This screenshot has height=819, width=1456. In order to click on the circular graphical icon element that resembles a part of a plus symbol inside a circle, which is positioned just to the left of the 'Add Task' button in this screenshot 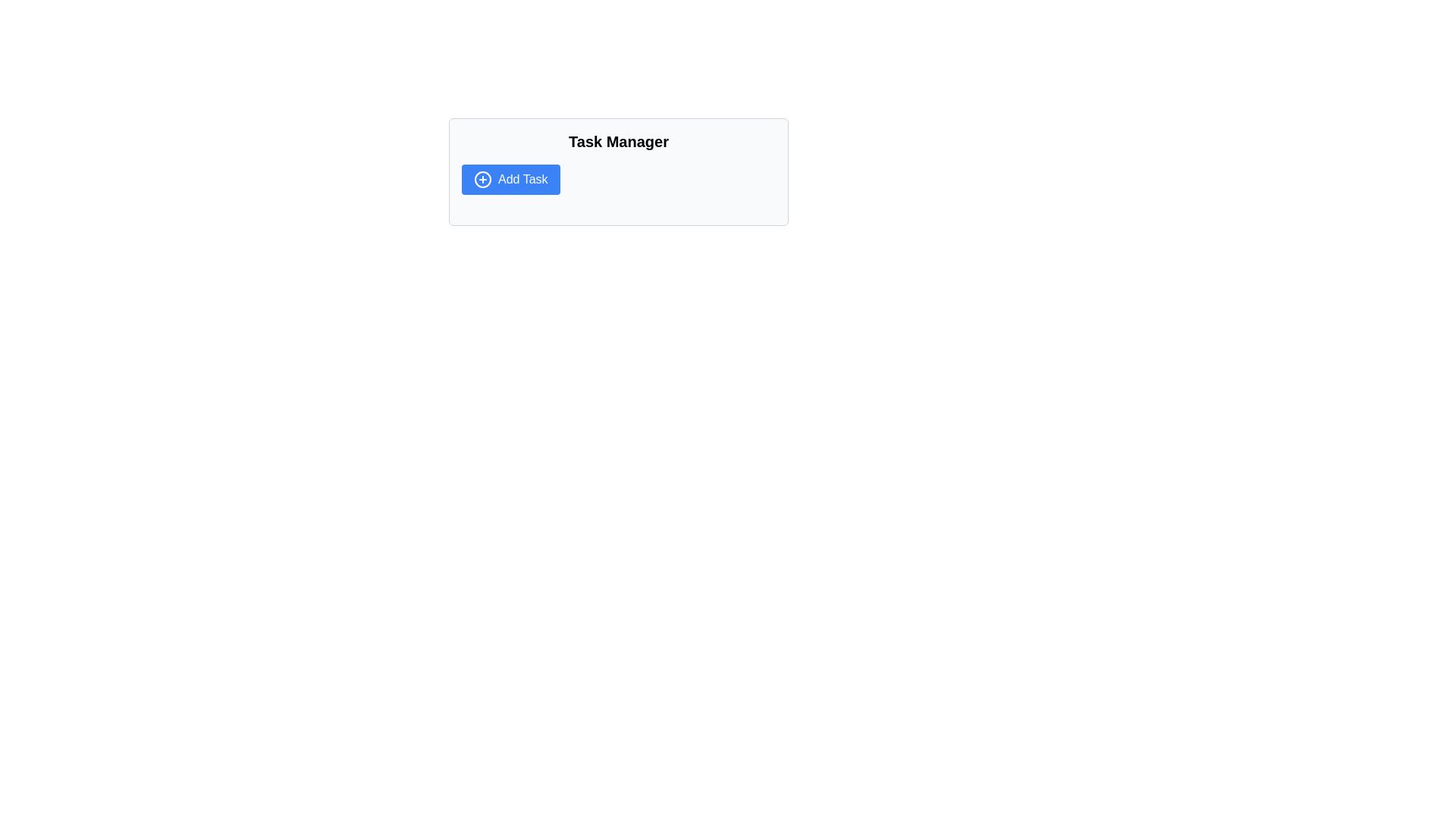, I will do `click(482, 178)`.